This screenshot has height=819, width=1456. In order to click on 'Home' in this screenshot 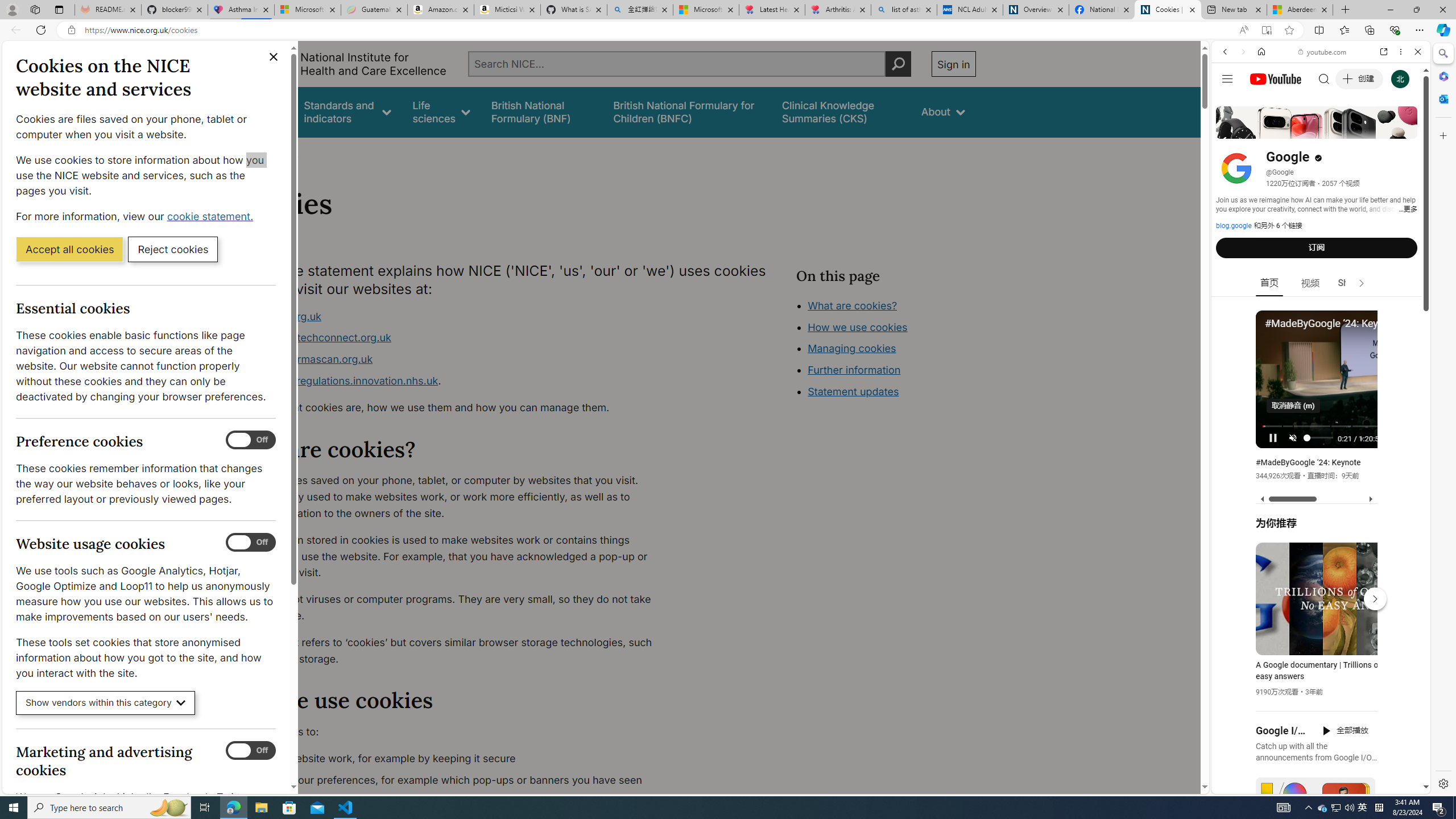, I will do `click(1261, 51)`.